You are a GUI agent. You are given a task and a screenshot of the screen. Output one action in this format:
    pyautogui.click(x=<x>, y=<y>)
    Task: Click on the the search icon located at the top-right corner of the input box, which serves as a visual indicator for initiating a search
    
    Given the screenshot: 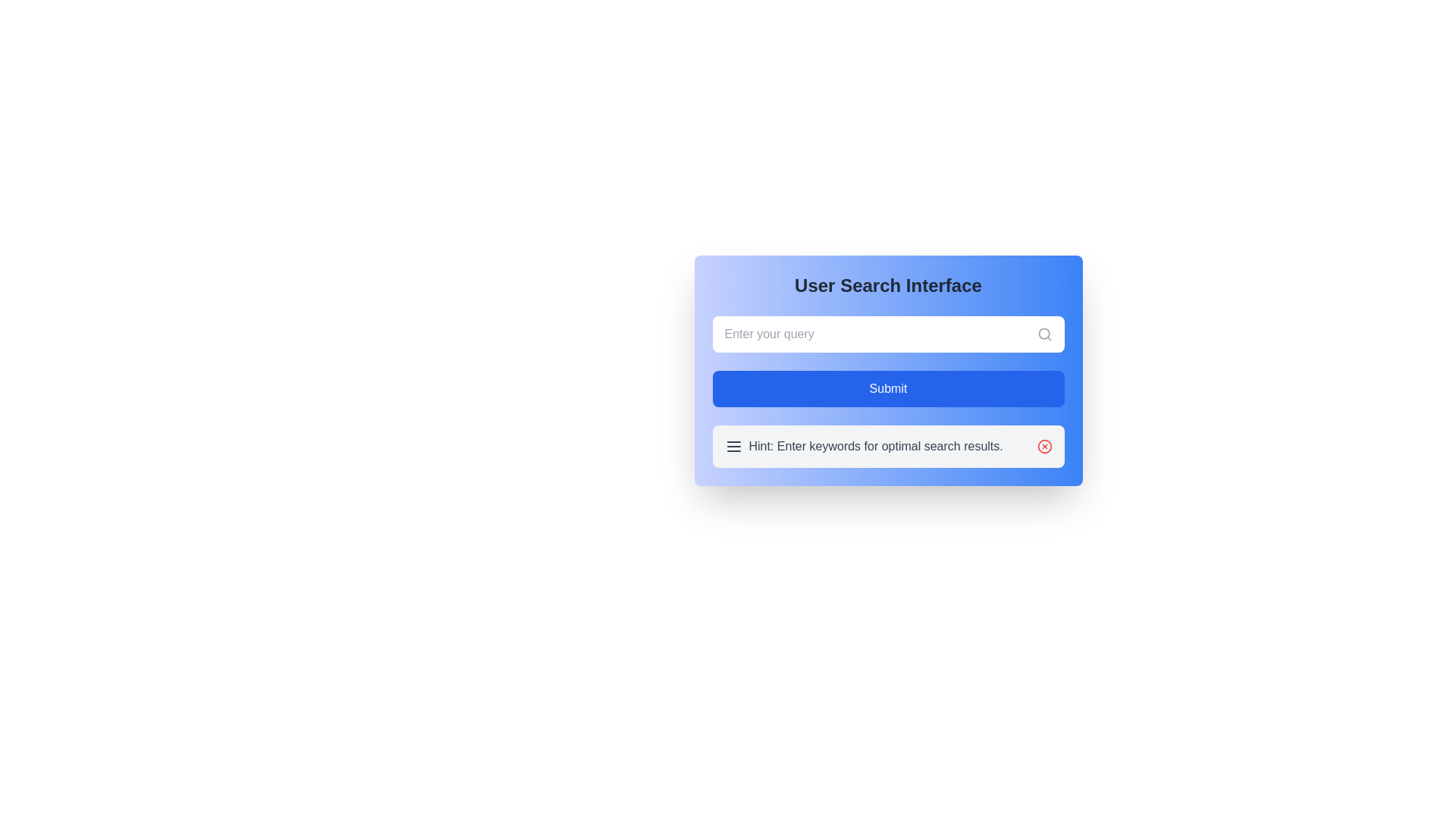 What is the action you would take?
    pyautogui.click(x=1043, y=333)
    